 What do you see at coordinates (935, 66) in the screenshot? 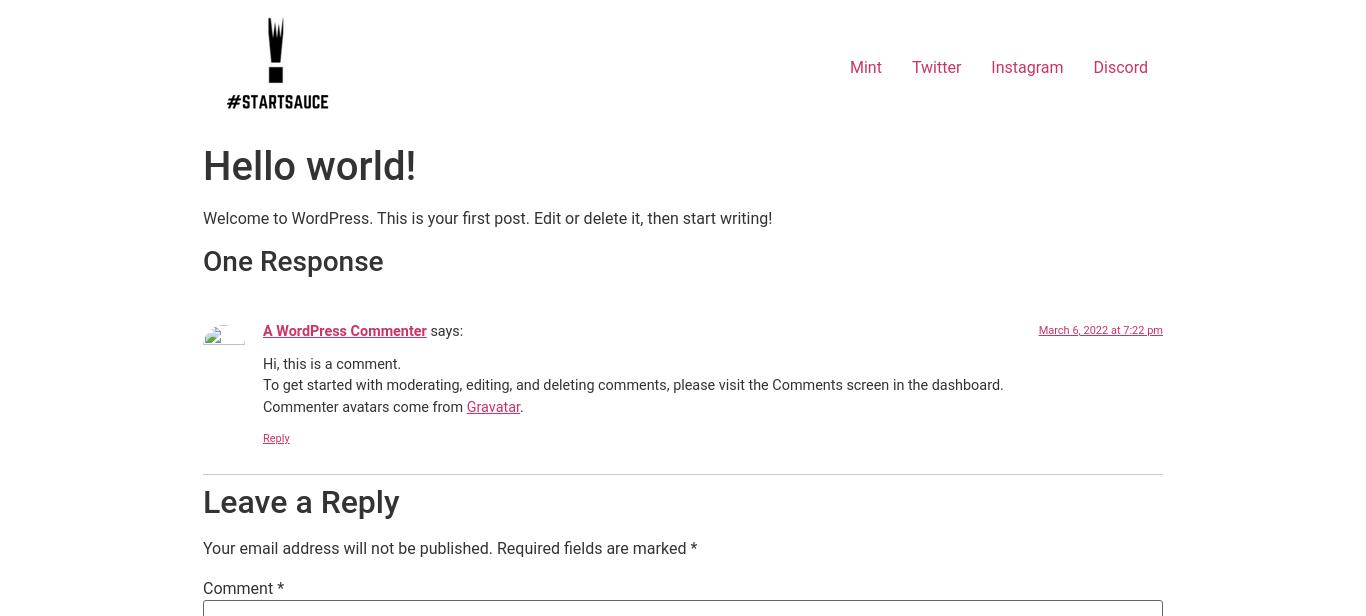
I see `'Twitter'` at bounding box center [935, 66].